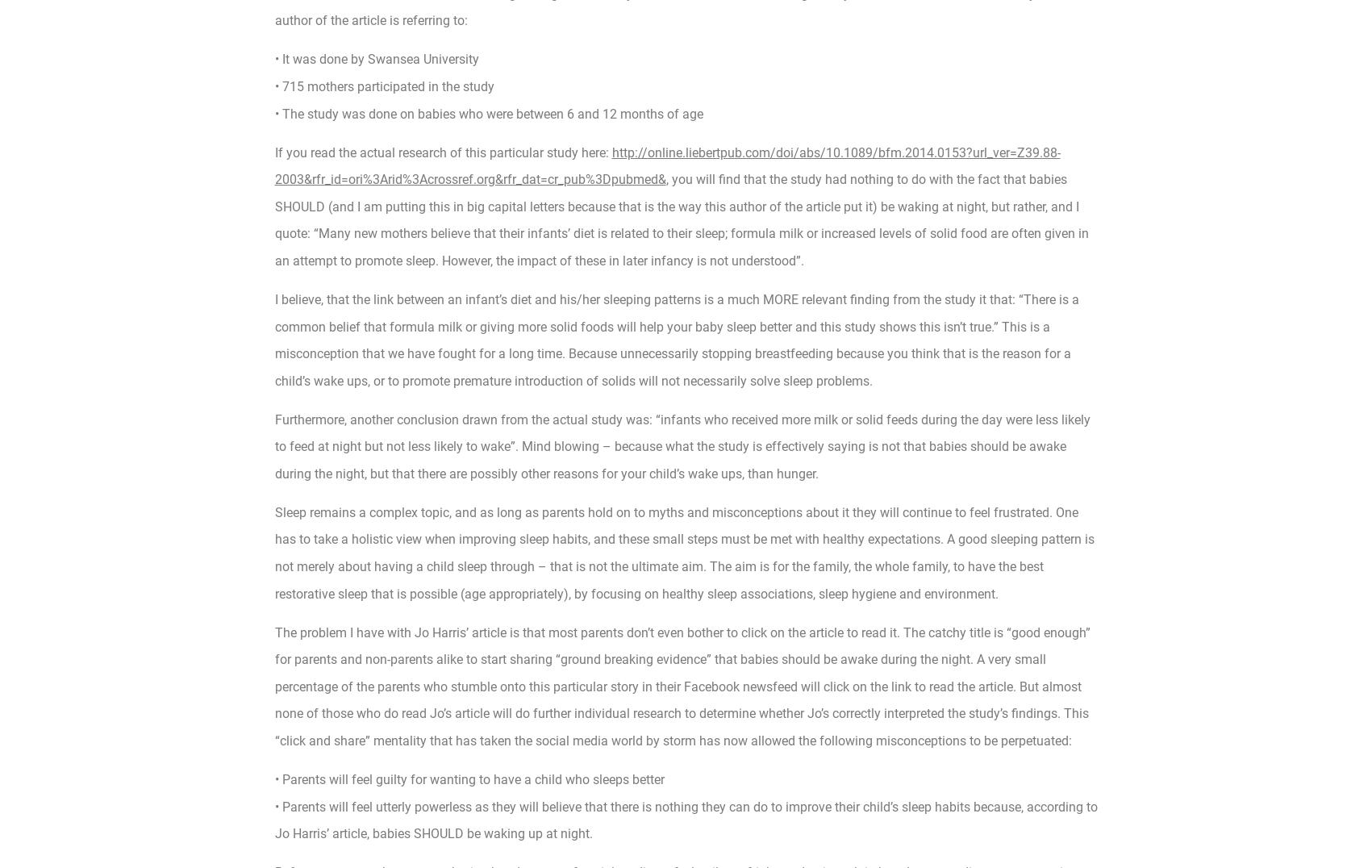 The height and width of the screenshot is (868, 1372). I want to click on 'Furthermore, another conclusion drawn from the actual study was: “infants who received more milk or solid feeds during the day were less likely to feed at night but not less likely to wake”. Mind blowing – because what the study is effectively saying is not that babies should be awake during the night, but that there are possibly other reasons for your child’s wake ups, than hunger.', so click(274, 444).